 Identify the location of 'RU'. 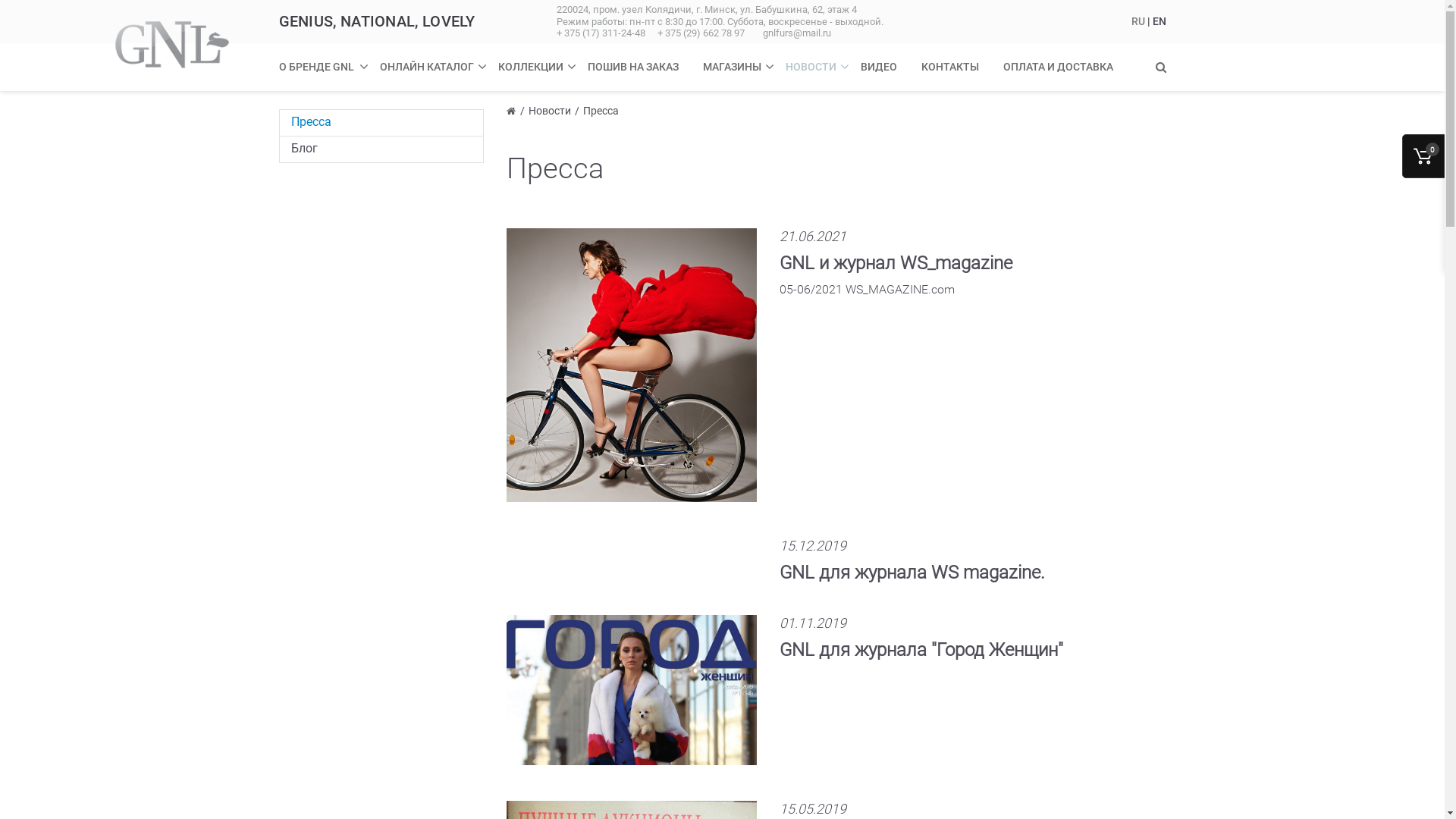
(1139, 20).